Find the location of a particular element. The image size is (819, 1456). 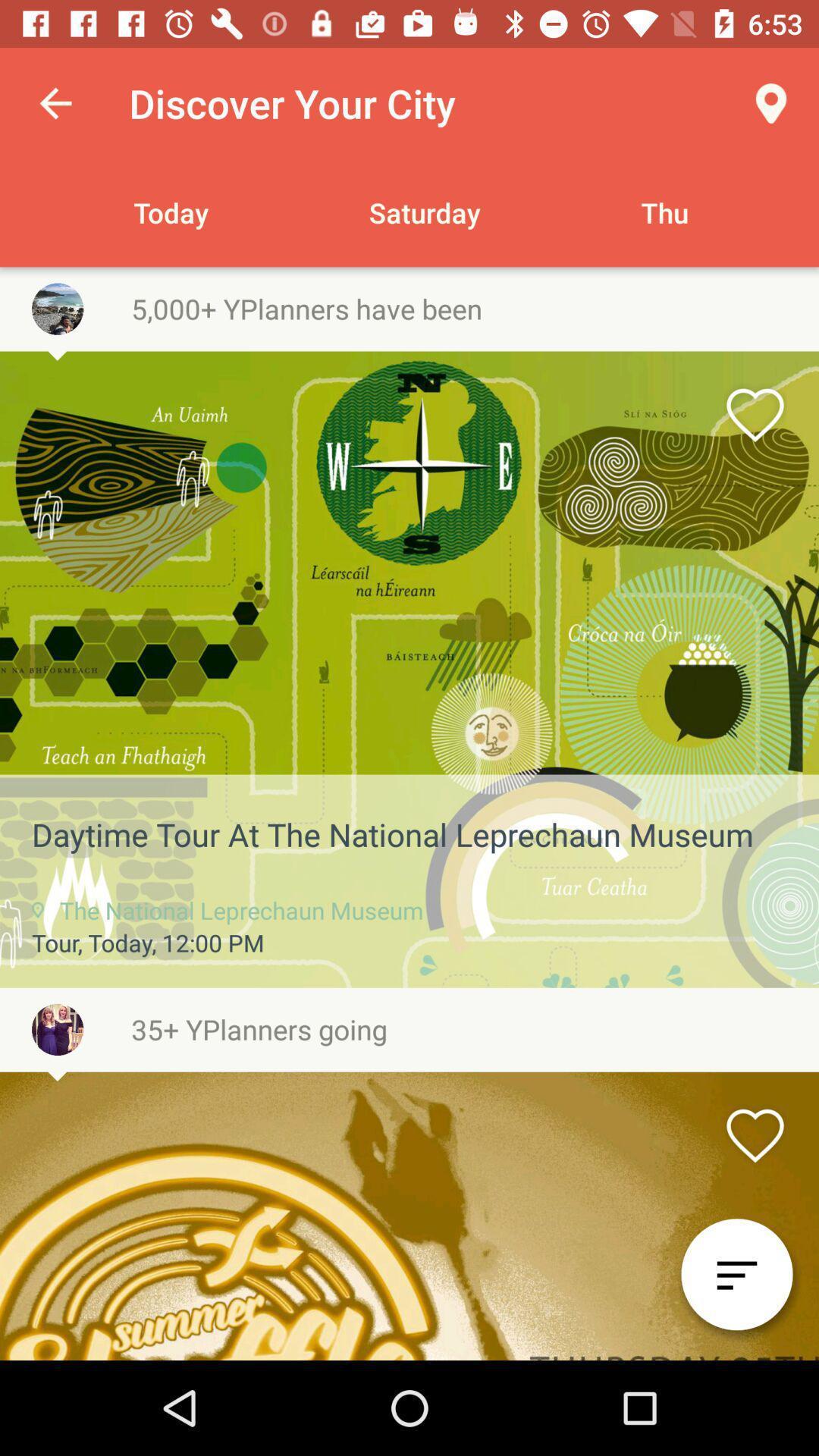

the filter_list icon is located at coordinates (736, 1274).